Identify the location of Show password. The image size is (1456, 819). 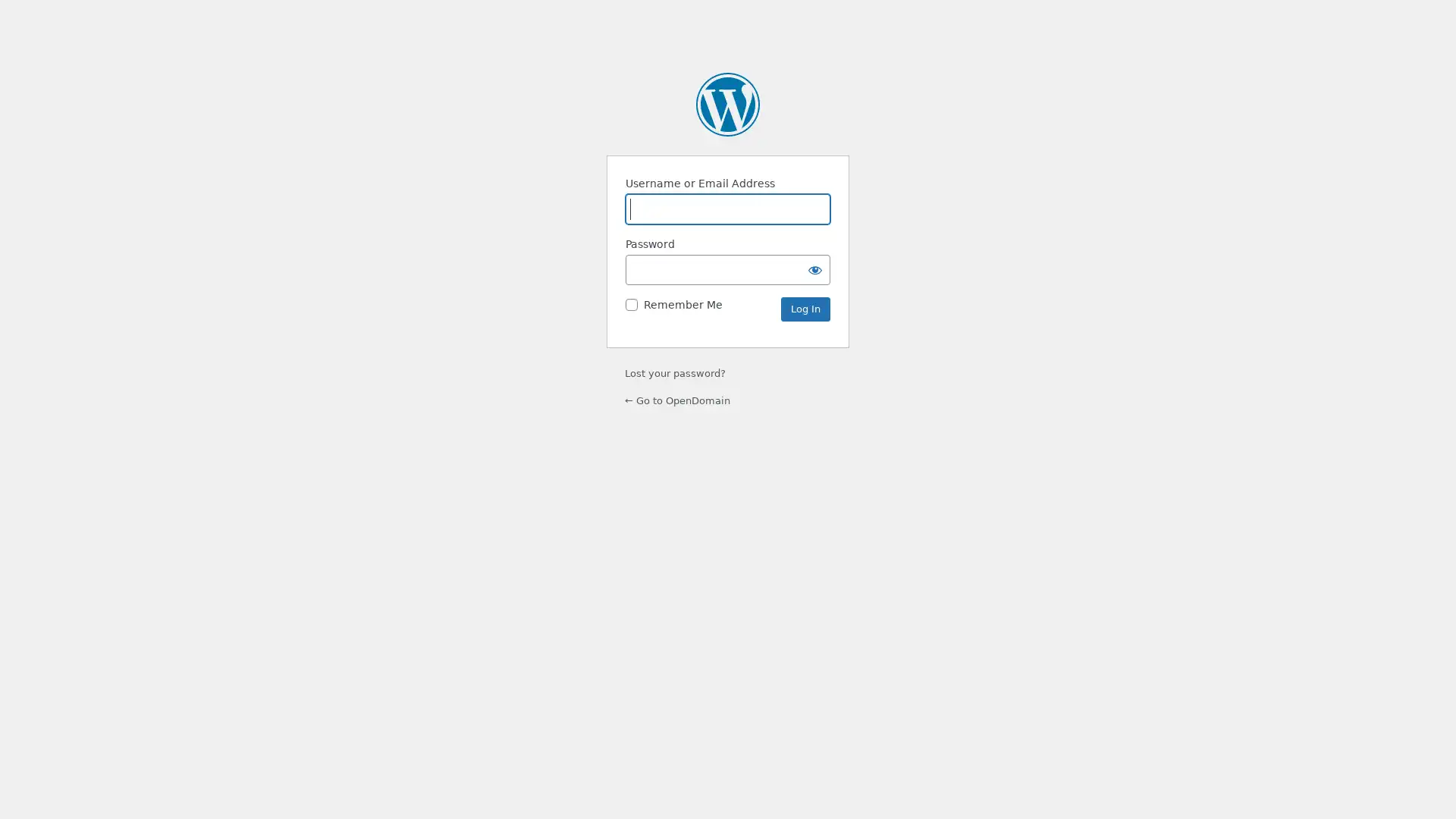
(814, 268).